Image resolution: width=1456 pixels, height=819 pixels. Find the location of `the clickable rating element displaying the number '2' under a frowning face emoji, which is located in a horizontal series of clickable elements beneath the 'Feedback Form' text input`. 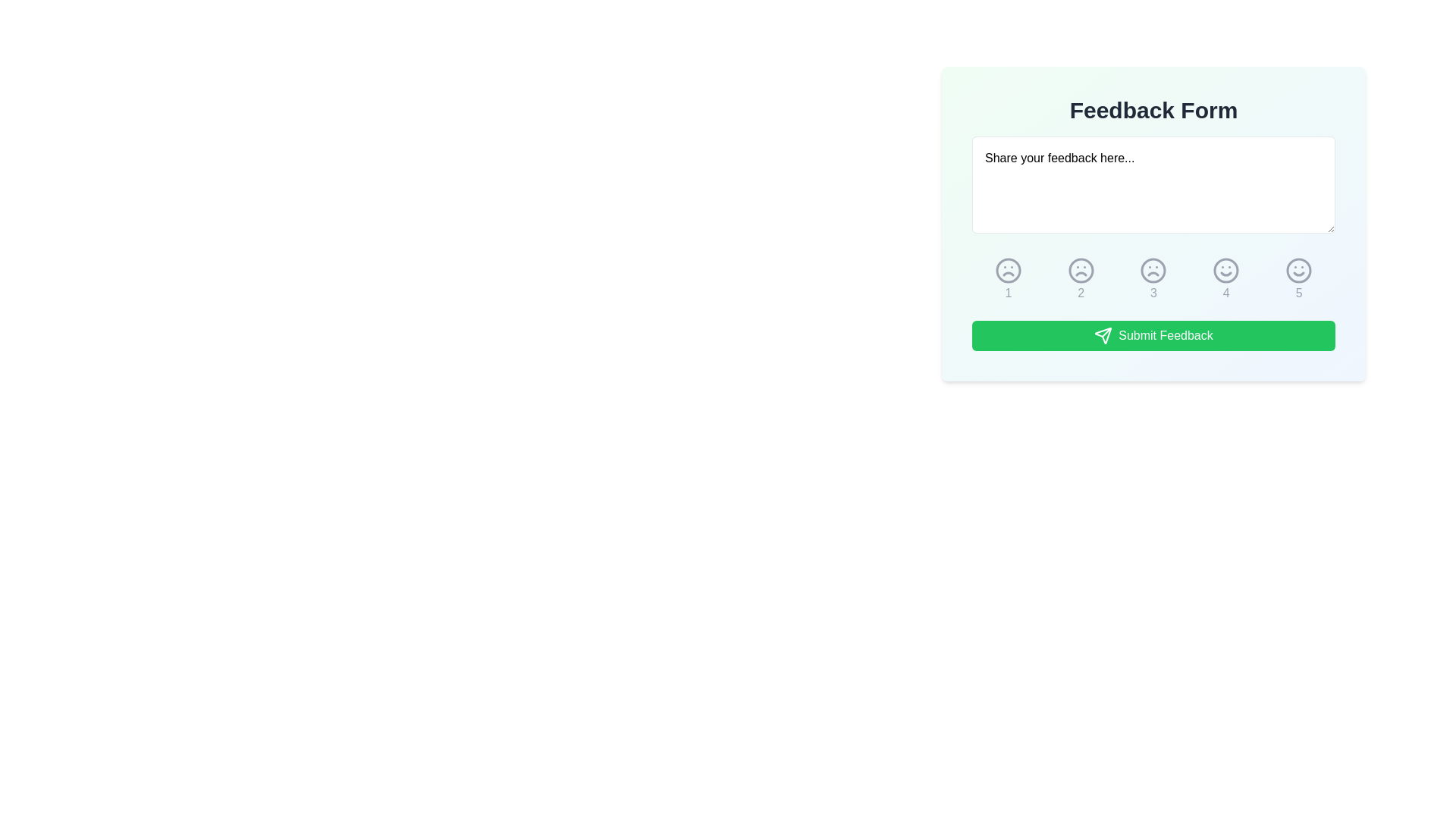

the clickable rating element displaying the number '2' under a frowning face emoji, which is located in a horizontal series of clickable elements beneath the 'Feedback Form' text input is located at coordinates (1080, 280).